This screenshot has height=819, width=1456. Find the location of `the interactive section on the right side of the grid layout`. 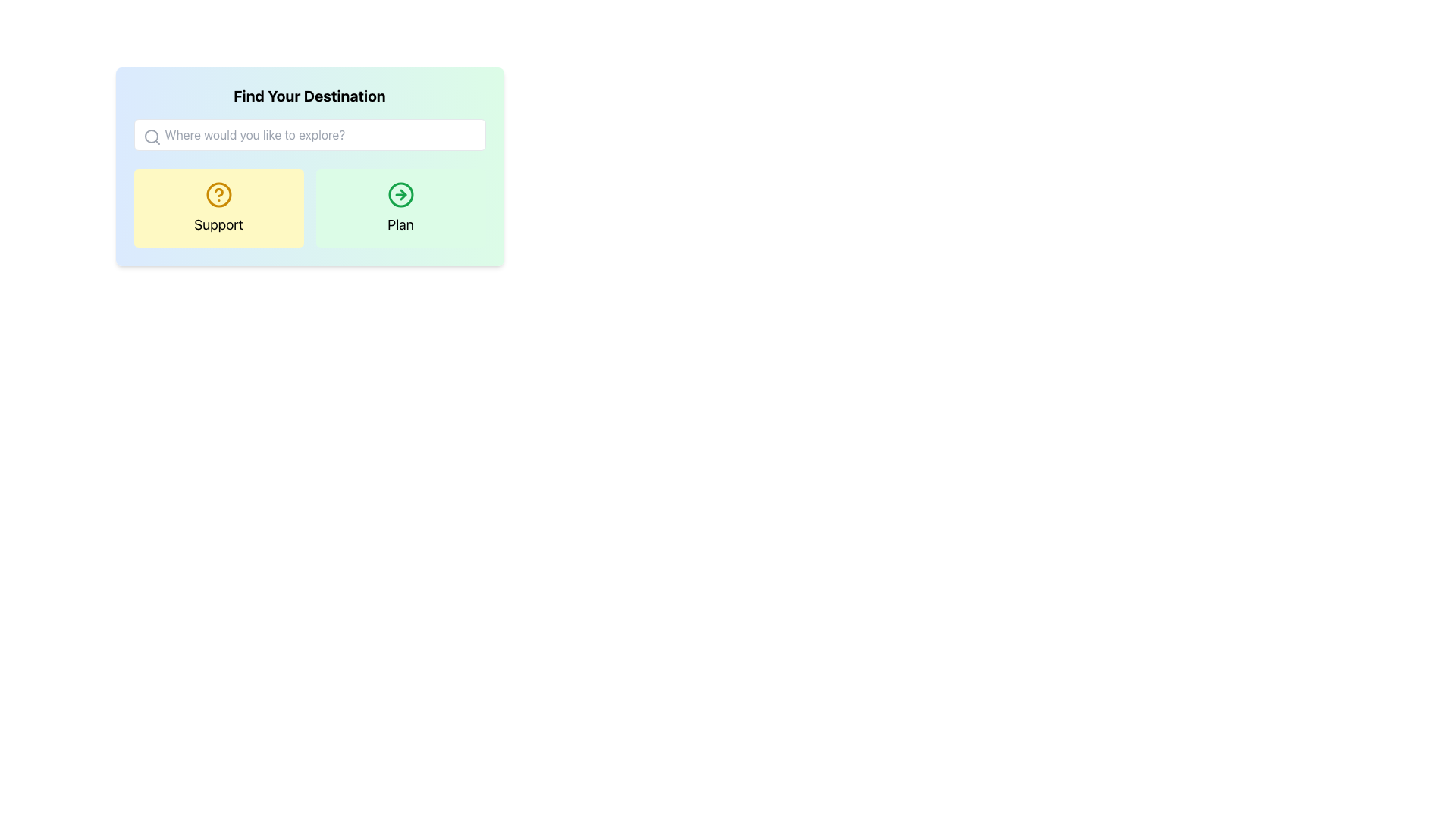

the interactive section on the right side of the grid layout is located at coordinates (400, 208).